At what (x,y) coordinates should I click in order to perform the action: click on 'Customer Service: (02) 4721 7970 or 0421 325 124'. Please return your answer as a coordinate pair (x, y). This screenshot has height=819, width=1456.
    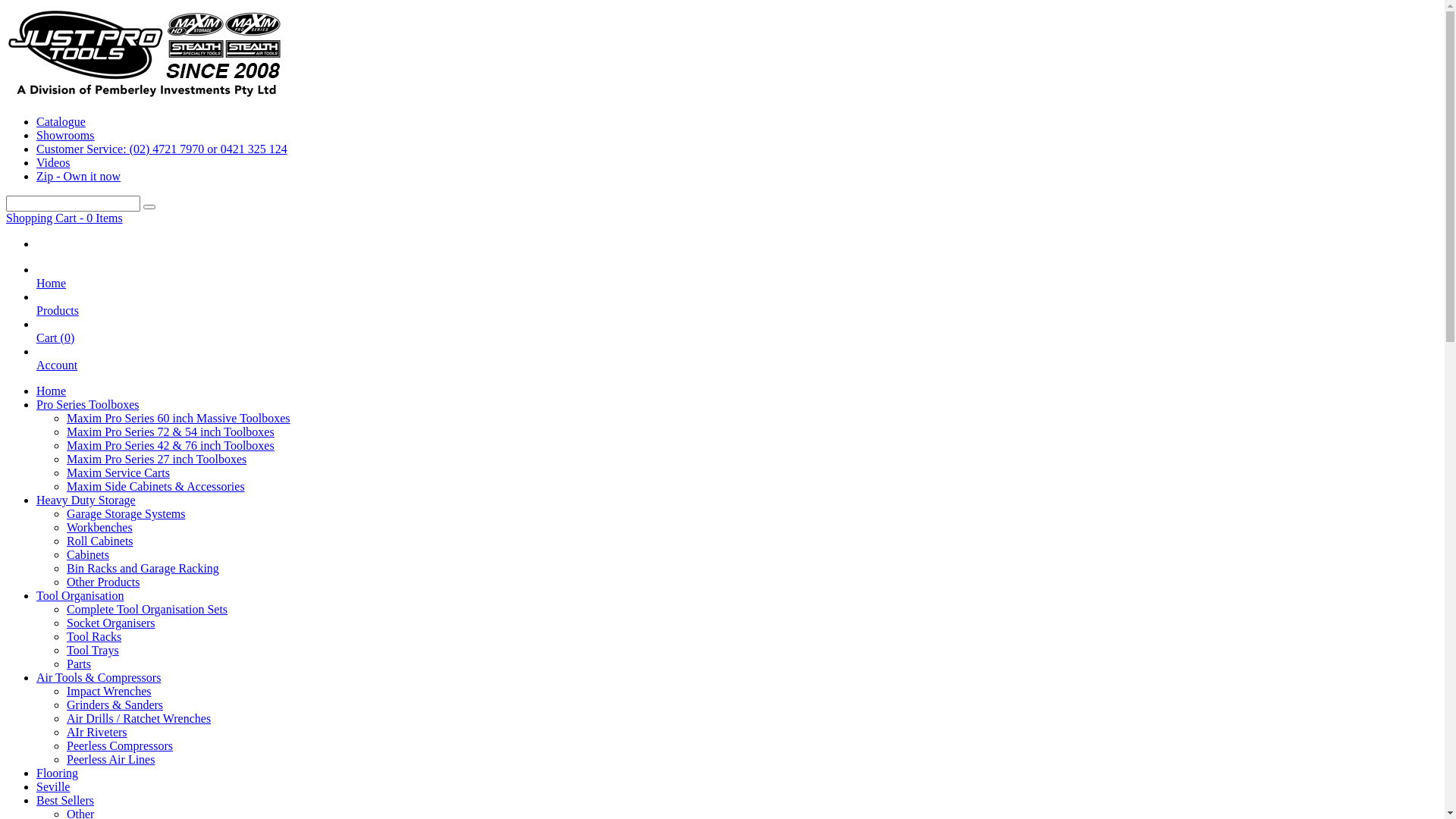
    Looking at the image, I should click on (36, 149).